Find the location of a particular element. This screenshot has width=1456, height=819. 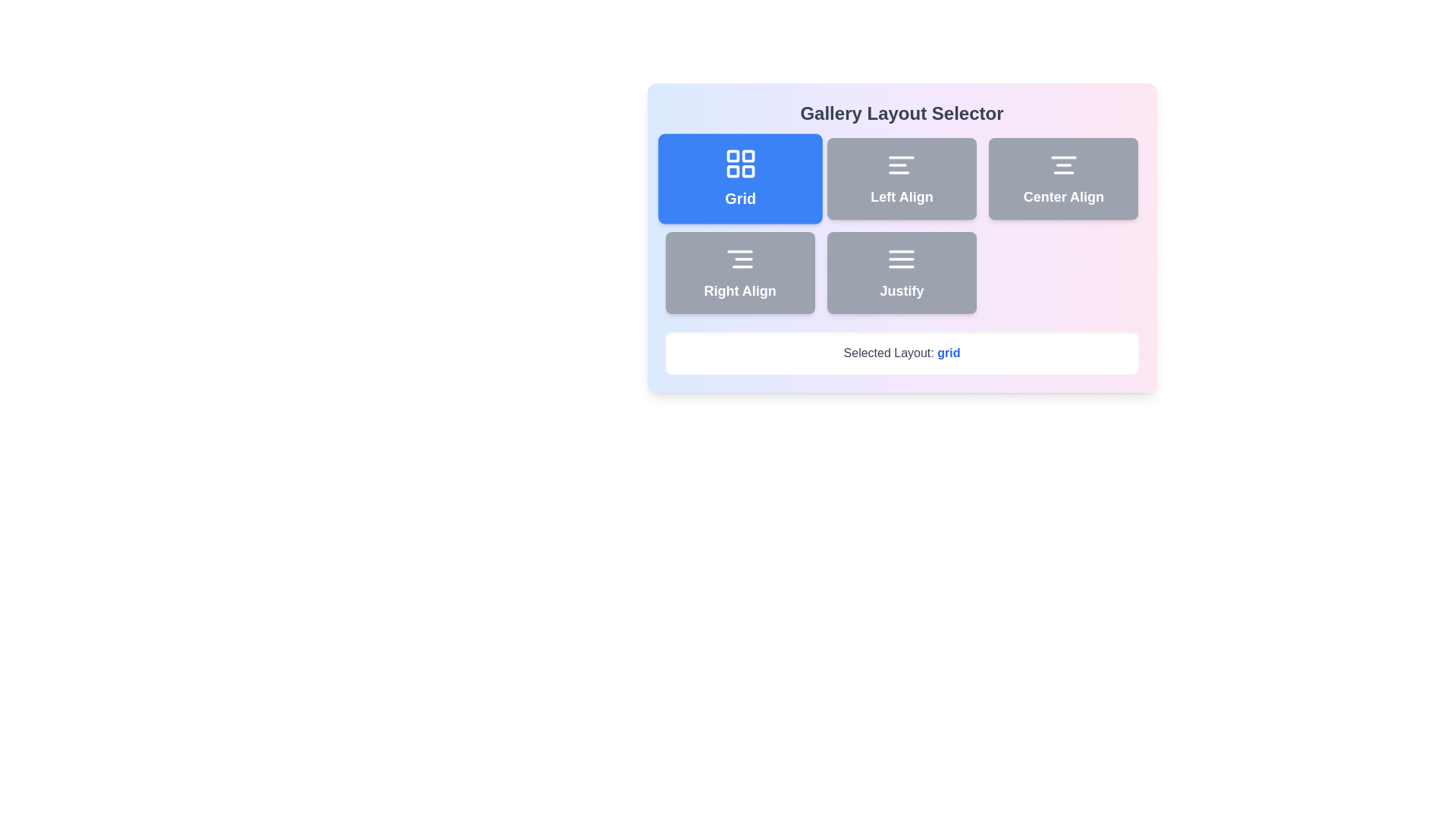

the 'Center Align' button located in the top-right corner of the grid layout is located at coordinates (1062, 177).